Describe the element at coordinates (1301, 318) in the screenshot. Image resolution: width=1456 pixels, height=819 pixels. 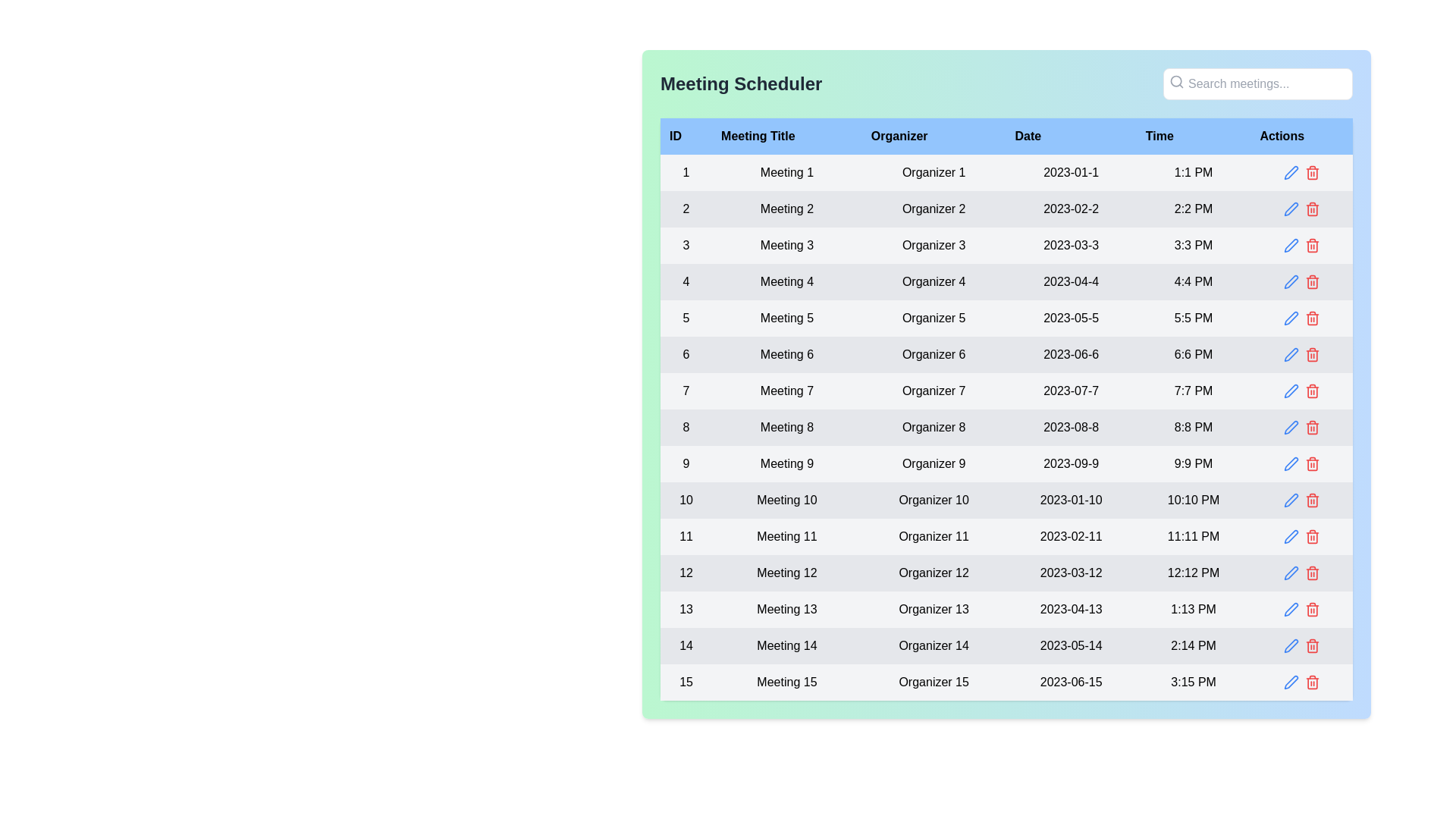
I see `the edit icon in the Icon Group located in the 'Actions' column for the meeting scheduled on '2023-05-5' at '5:5 PM' to modify the meeting` at that location.